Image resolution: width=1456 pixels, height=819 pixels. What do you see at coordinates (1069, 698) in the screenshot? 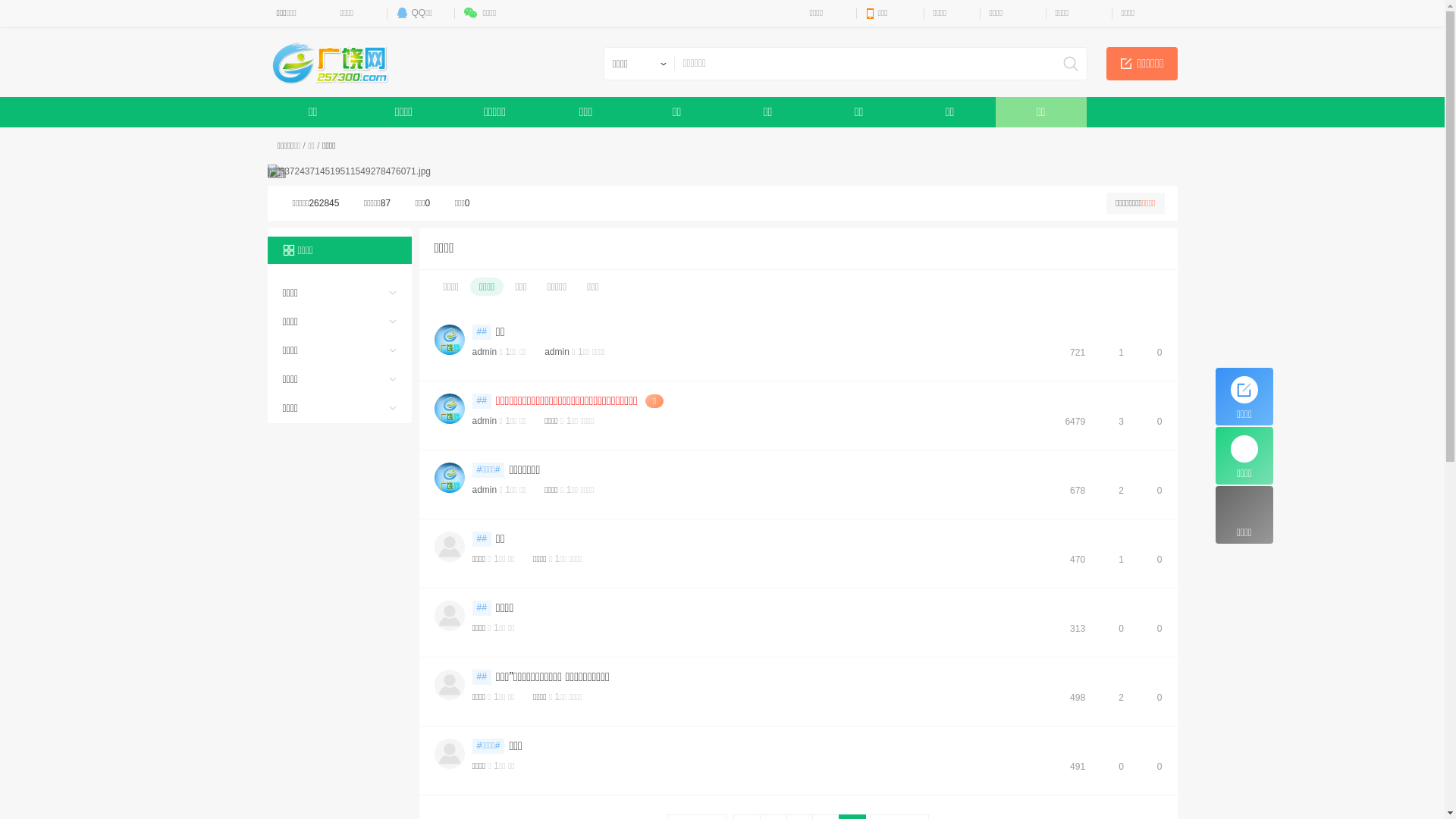
I see `'498'` at bounding box center [1069, 698].